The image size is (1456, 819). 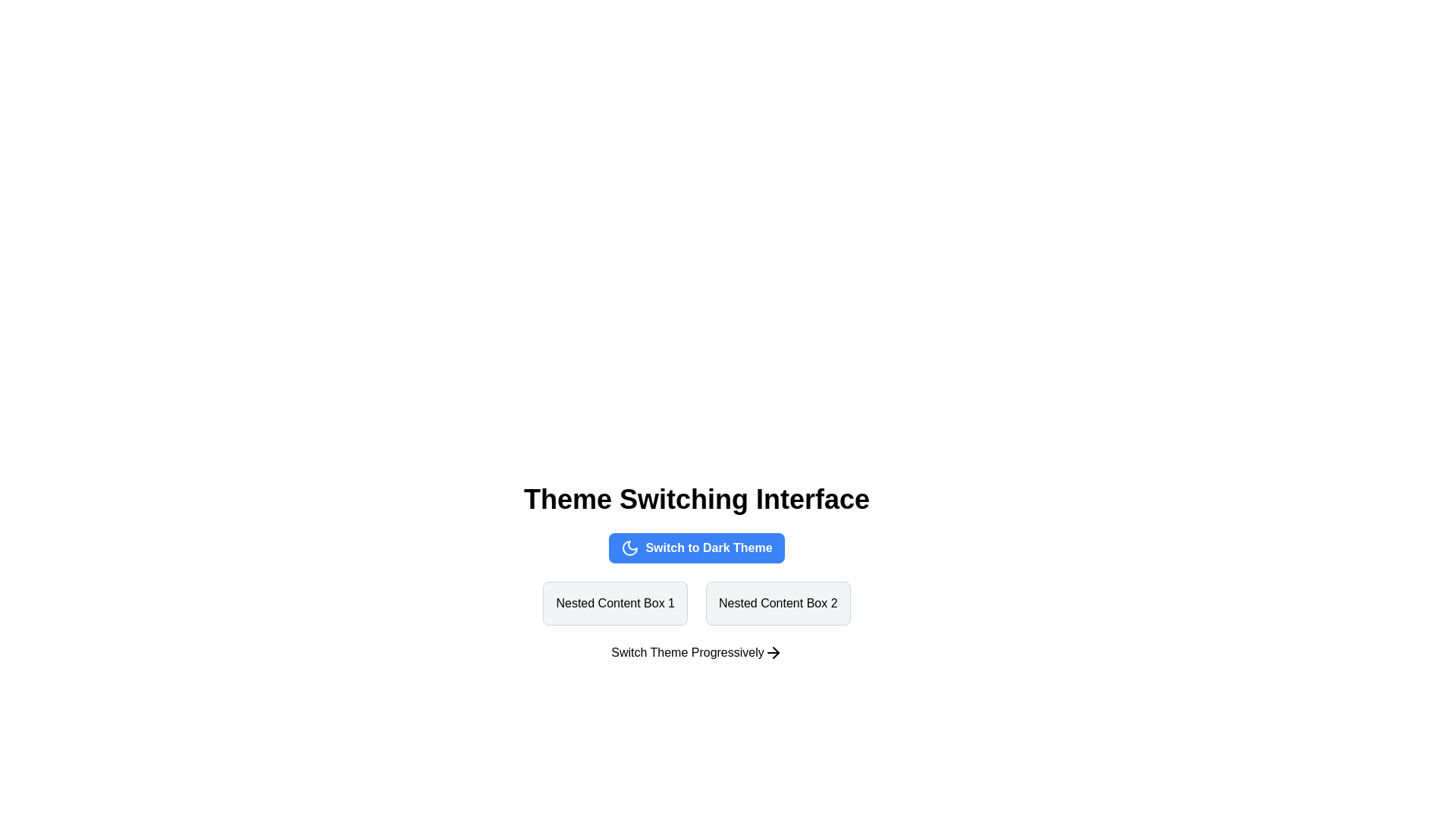 I want to click on the blue rectangular button labeled 'Switch to Dark Theme' for accessibility interactions, so click(x=695, y=548).